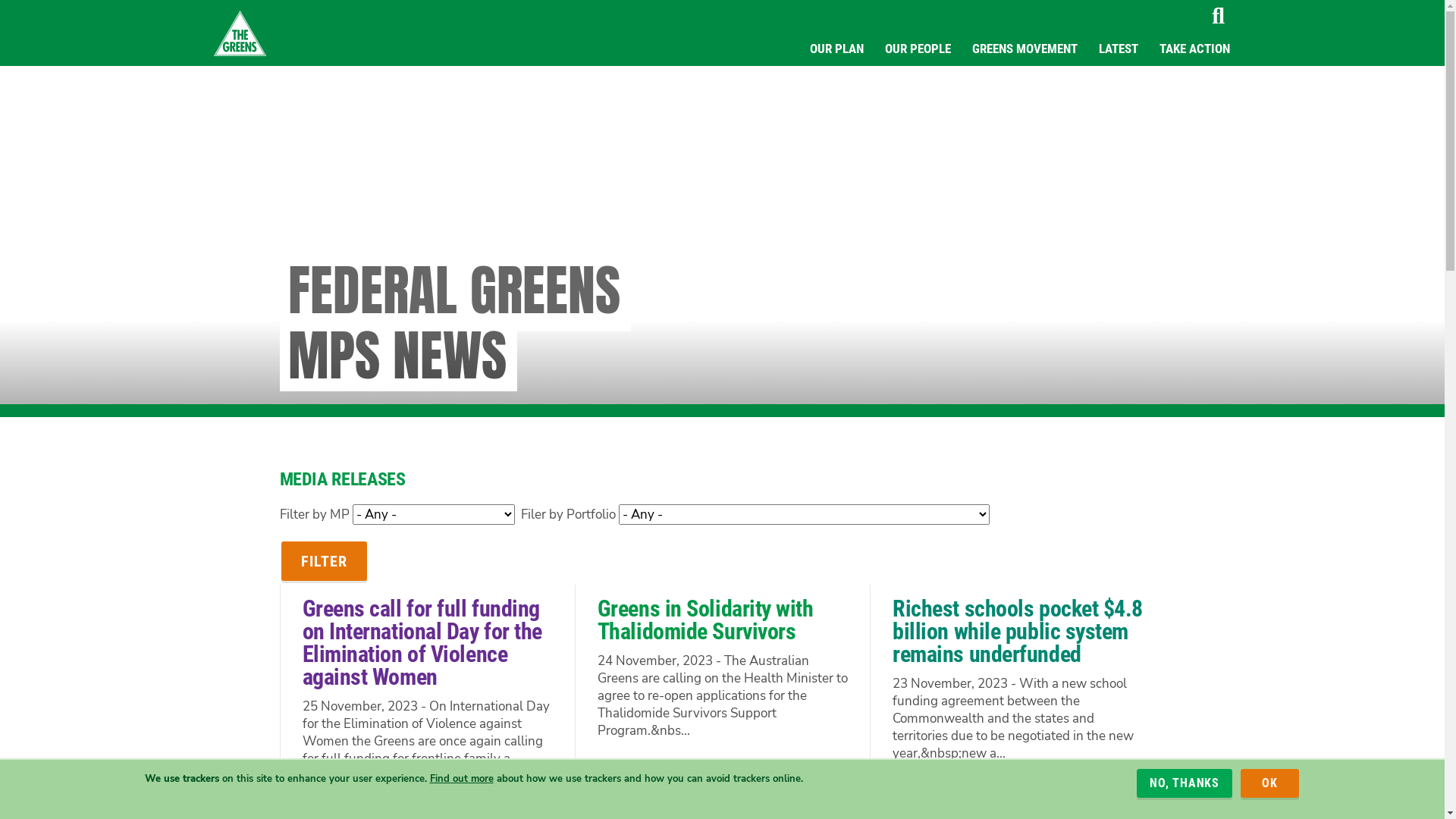 This screenshot has width=1456, height=819. What do you see at coordinates (460, 778) in the screenshot?
I see `'Find out more'` at bounding box center [460, 778].